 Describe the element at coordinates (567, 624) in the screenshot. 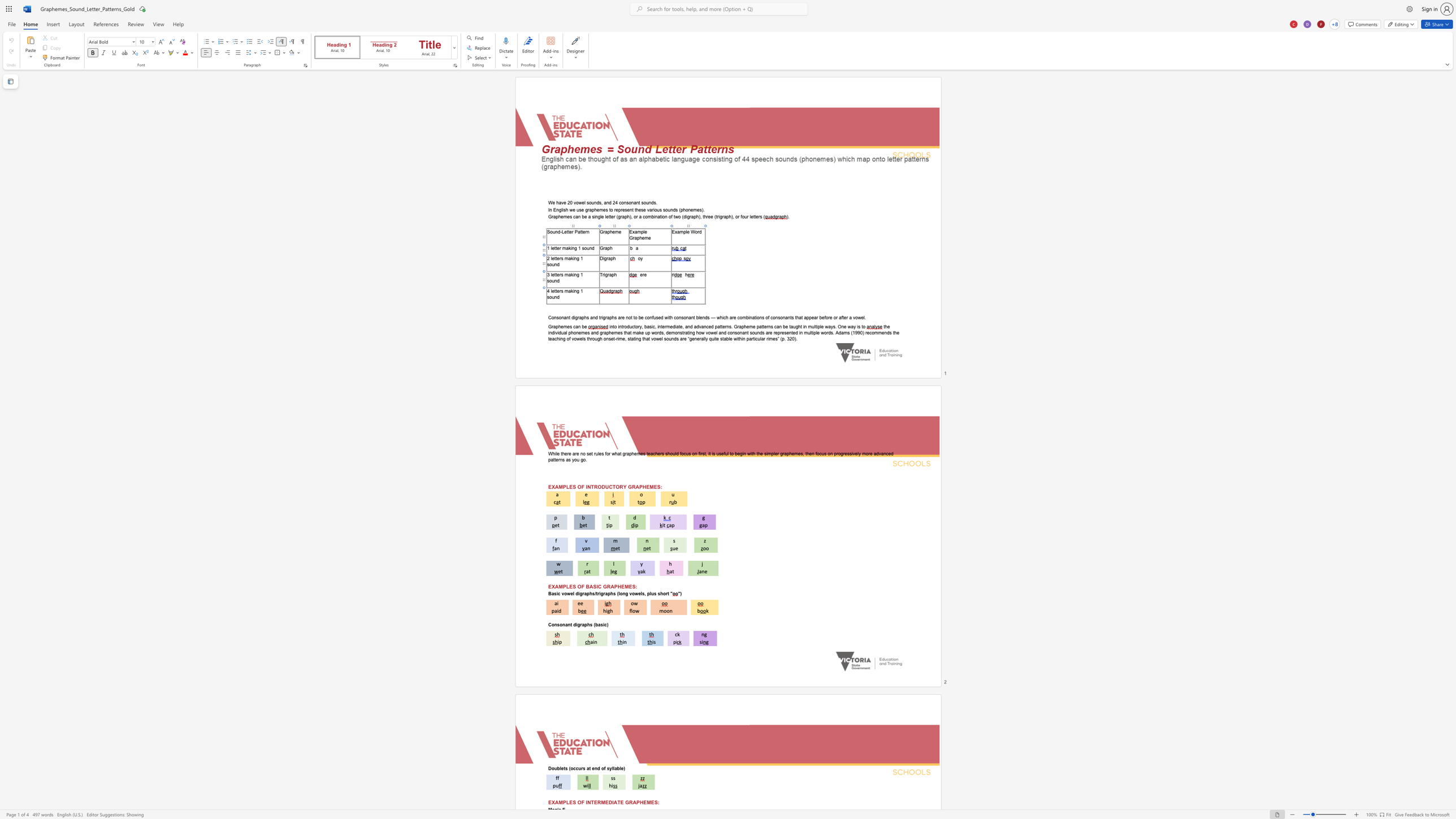

I see `the space between the continuous character "a" and "n" in the text` at that location.